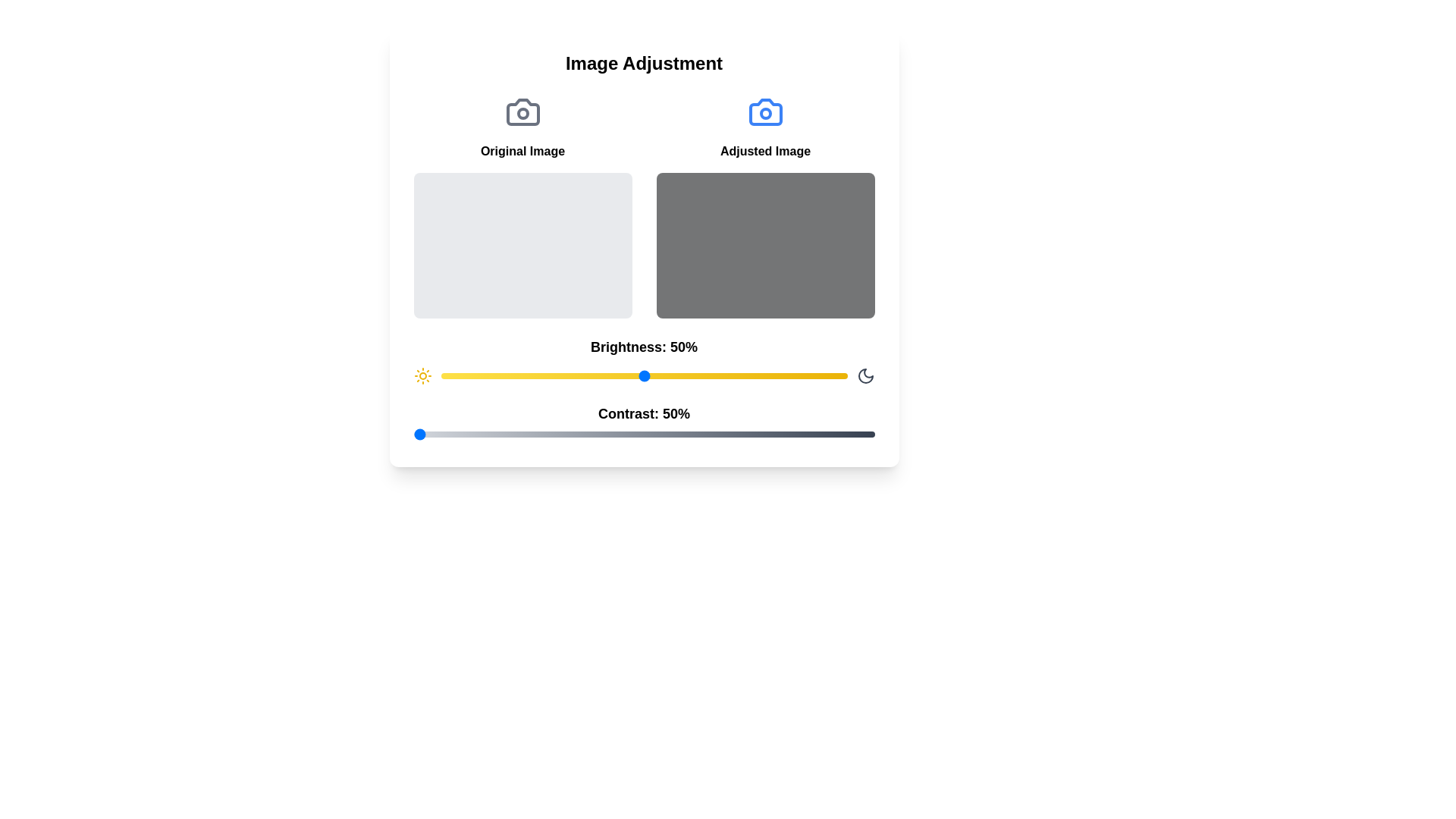 The height and width of the screenshot is (819, 1456). What do you see at coordinates (680, 435) in the screenshot?
I see `the contrast` at bounding box center [680, 435].